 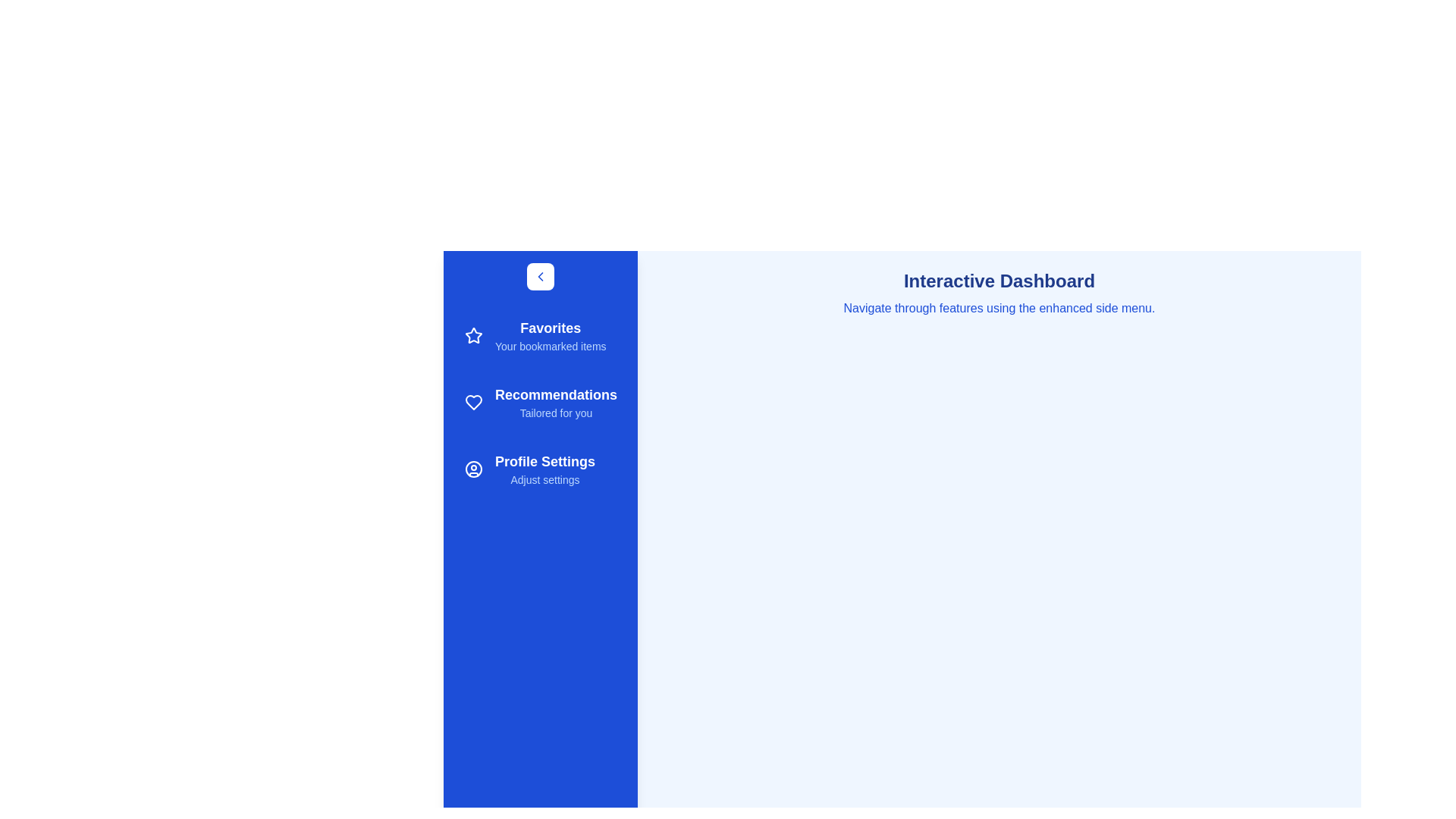 I want to click on the sidebar item labeled Recommendations to observe its hover effect, so click(x=541, y=402).